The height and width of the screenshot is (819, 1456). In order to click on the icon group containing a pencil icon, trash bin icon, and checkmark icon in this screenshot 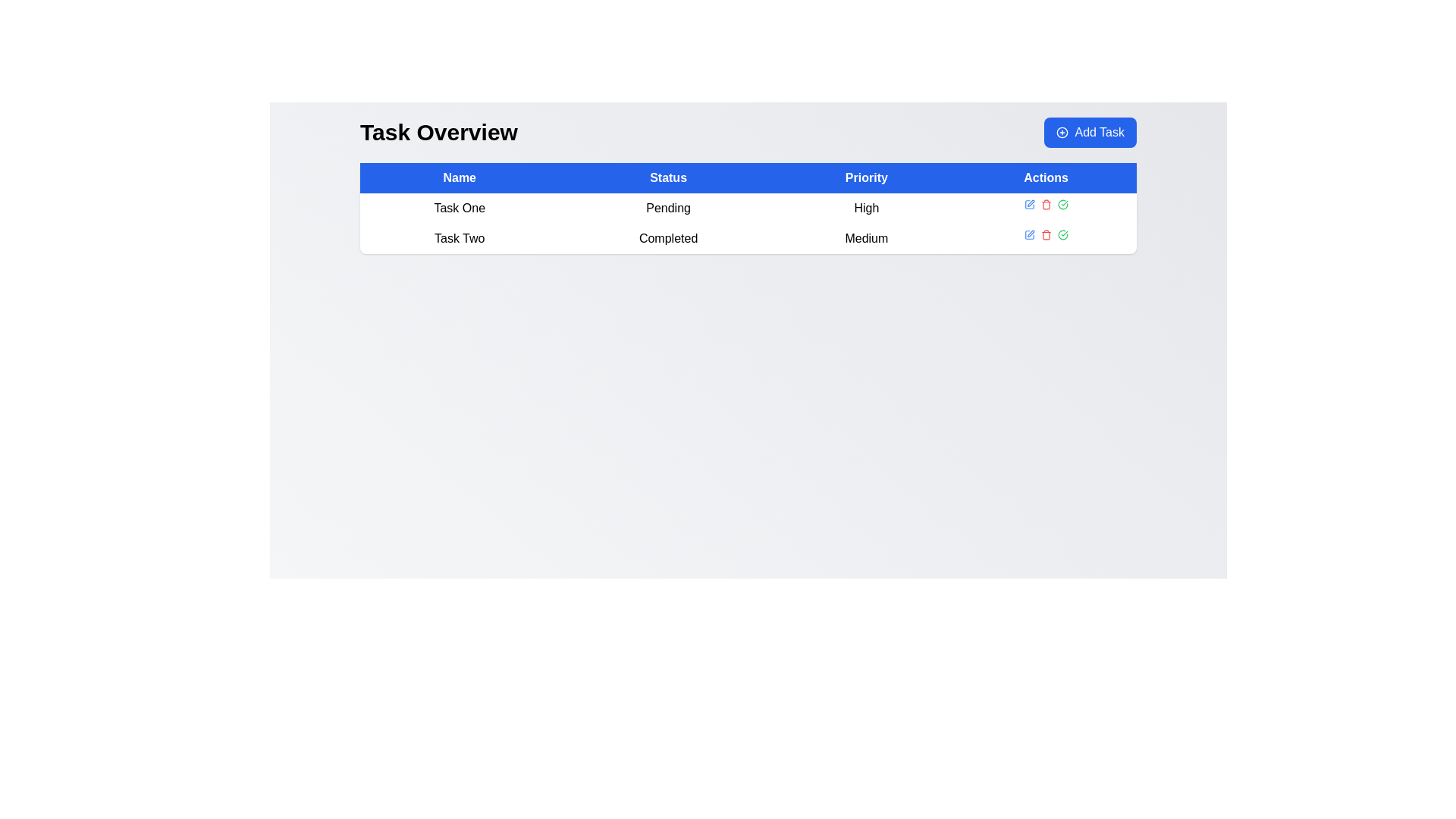, I will do `click(1045, 234)`.